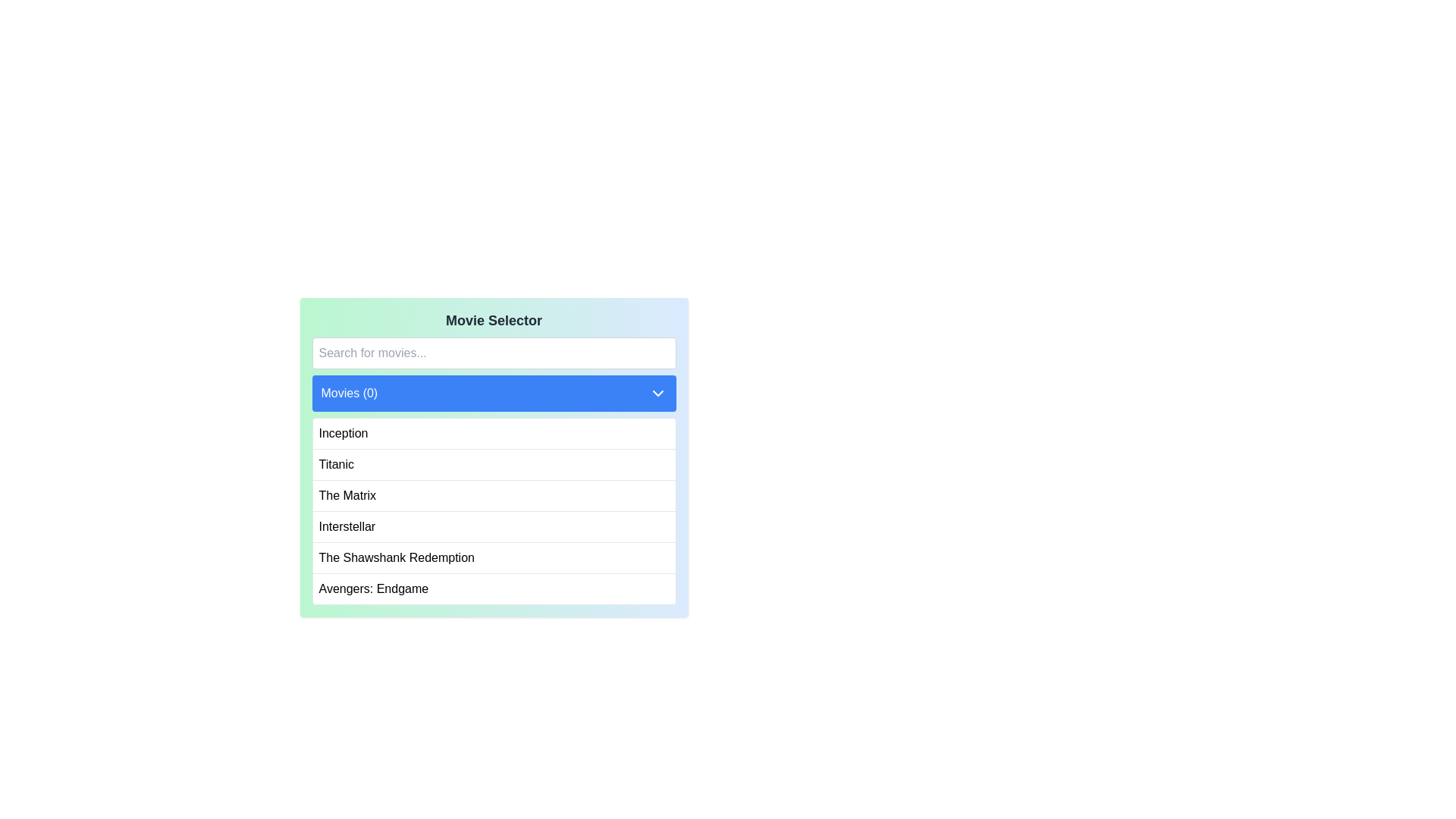 The image size is (1456, 819). Describe the element at coordinates (342, 433) in the screenshot. I see `the text 'Inception' in the second row of the movie list` at that location.